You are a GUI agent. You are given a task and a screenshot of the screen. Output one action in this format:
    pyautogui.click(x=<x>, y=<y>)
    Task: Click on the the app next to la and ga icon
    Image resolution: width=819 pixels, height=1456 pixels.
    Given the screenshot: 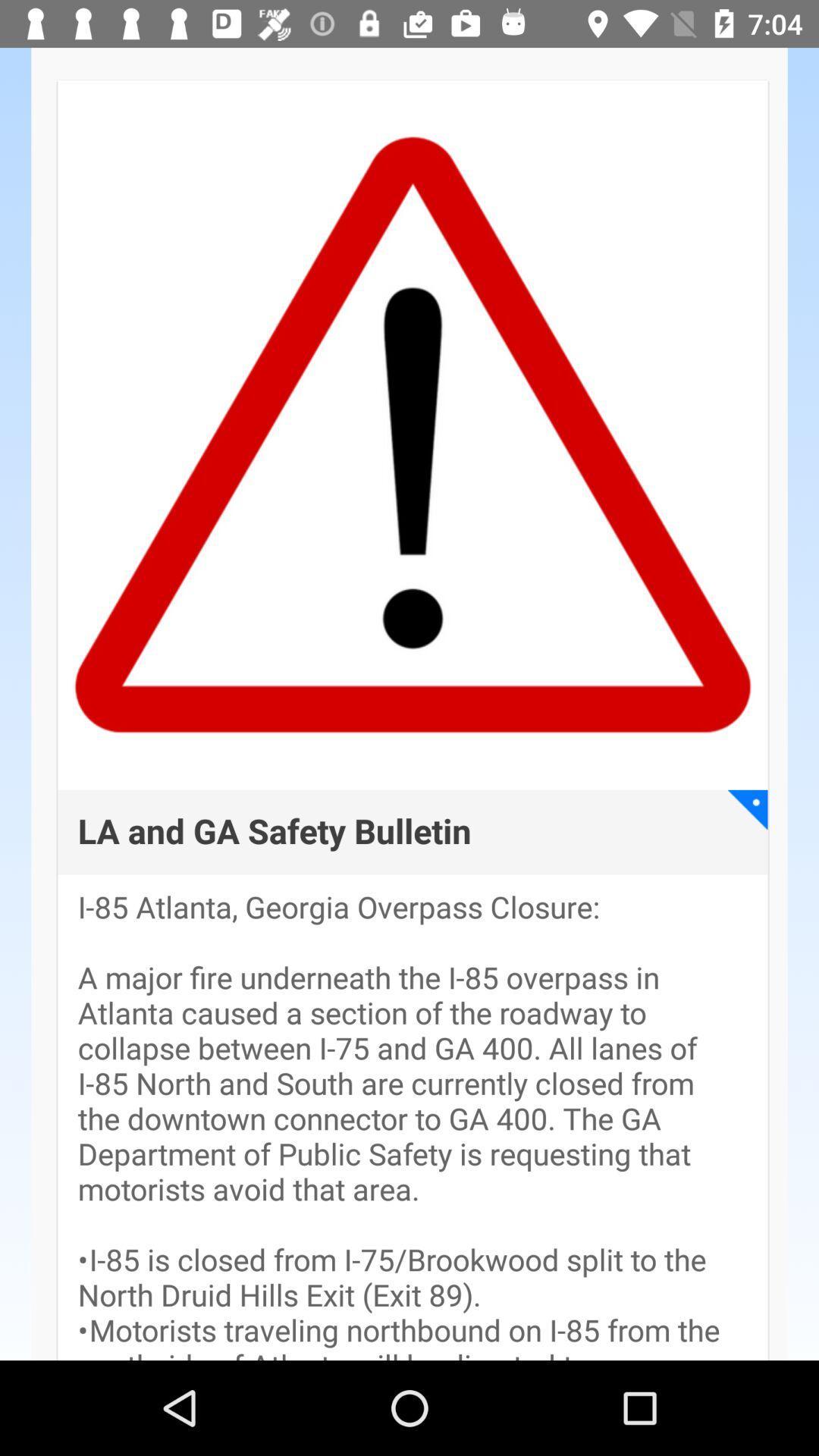 What is the action you would take?
    pyautogui.click(x=747, y=808)
    